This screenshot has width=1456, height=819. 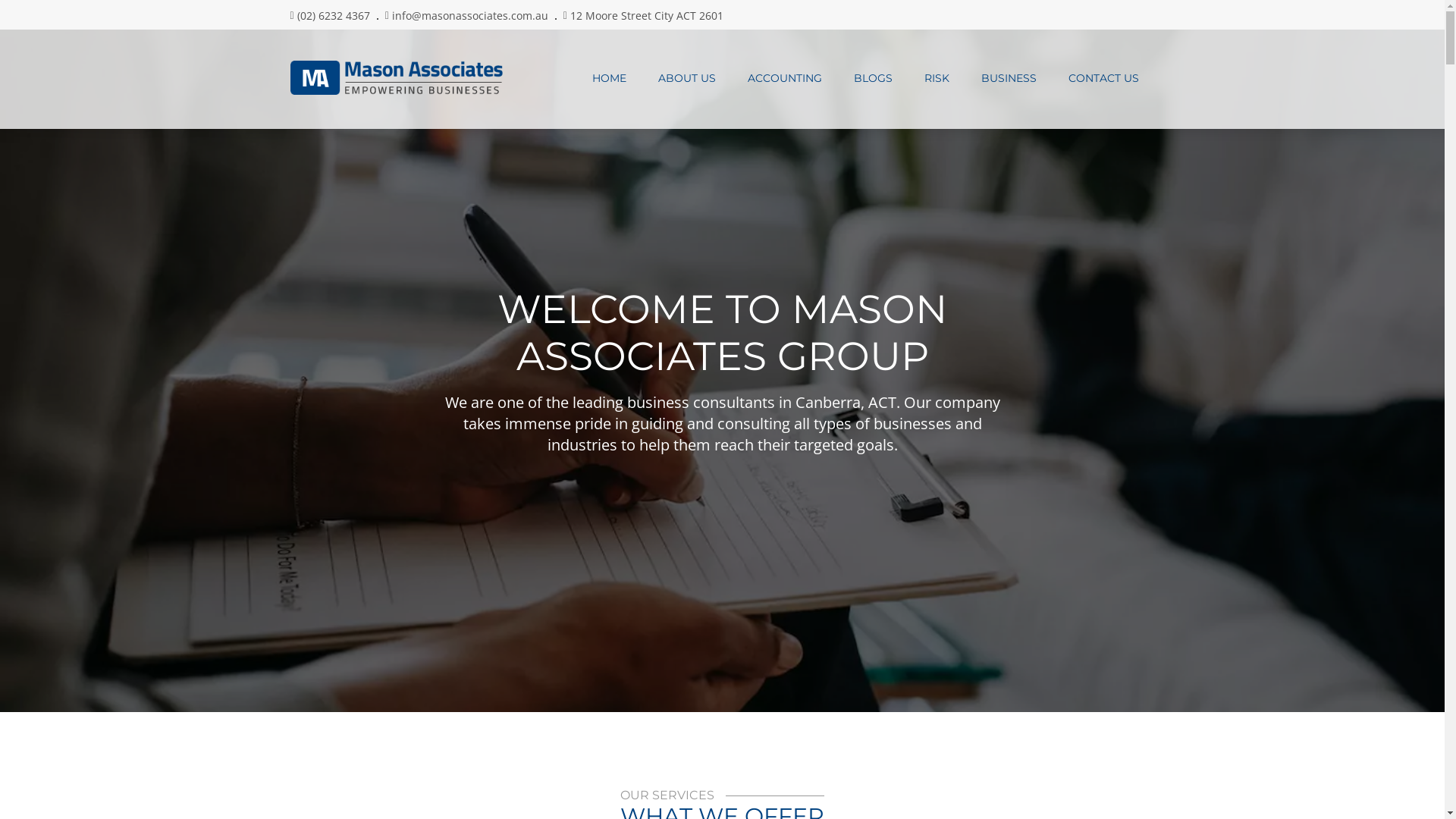 What do you see at coordinates (575, 78) in the screenshot?
I see `'HOME'` at bounding box center [575, 78].